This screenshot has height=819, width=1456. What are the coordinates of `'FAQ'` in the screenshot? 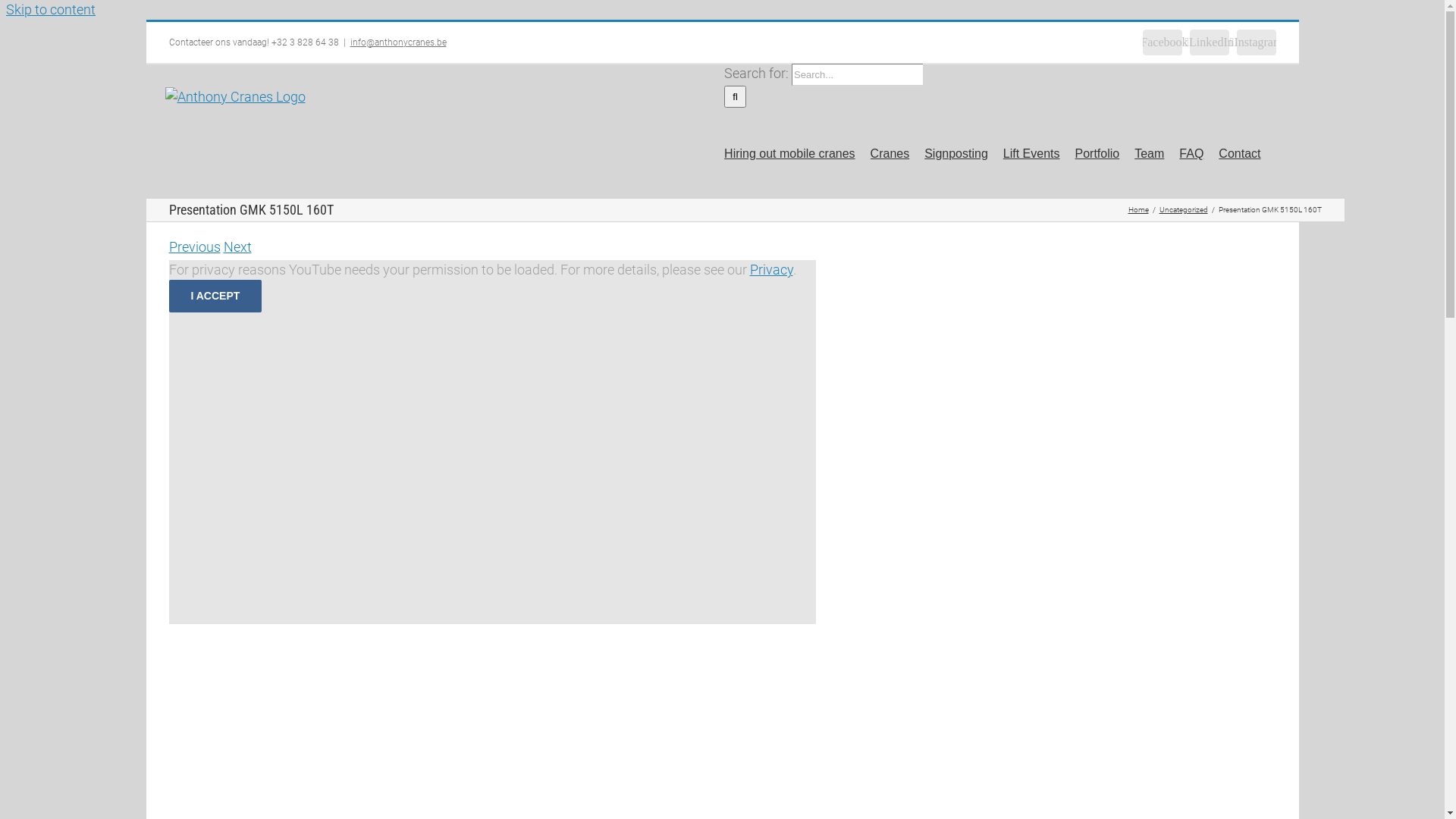 It's located at (1190, 152).